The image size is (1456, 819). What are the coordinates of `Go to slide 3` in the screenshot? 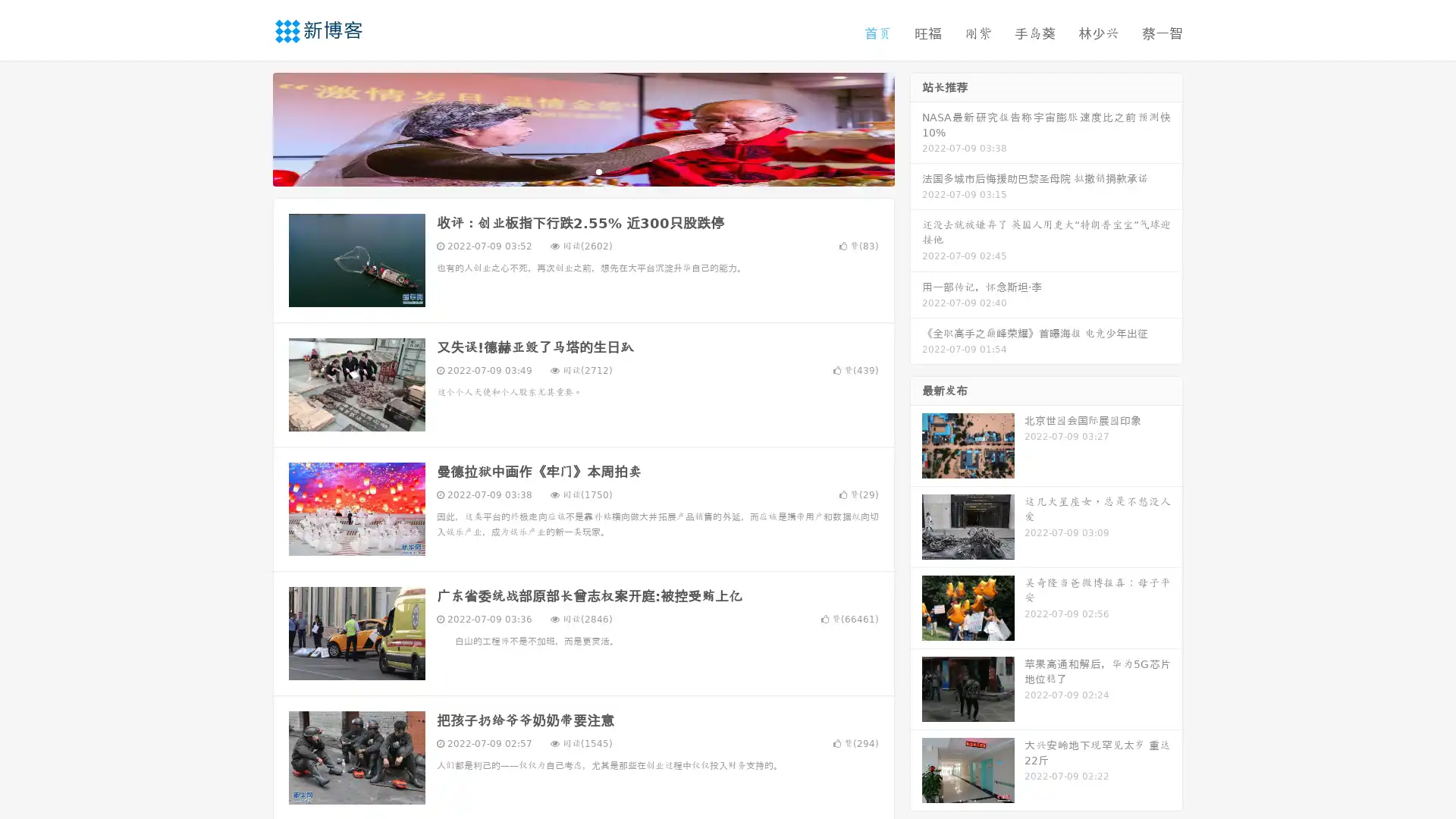 It's located at (598, 171).